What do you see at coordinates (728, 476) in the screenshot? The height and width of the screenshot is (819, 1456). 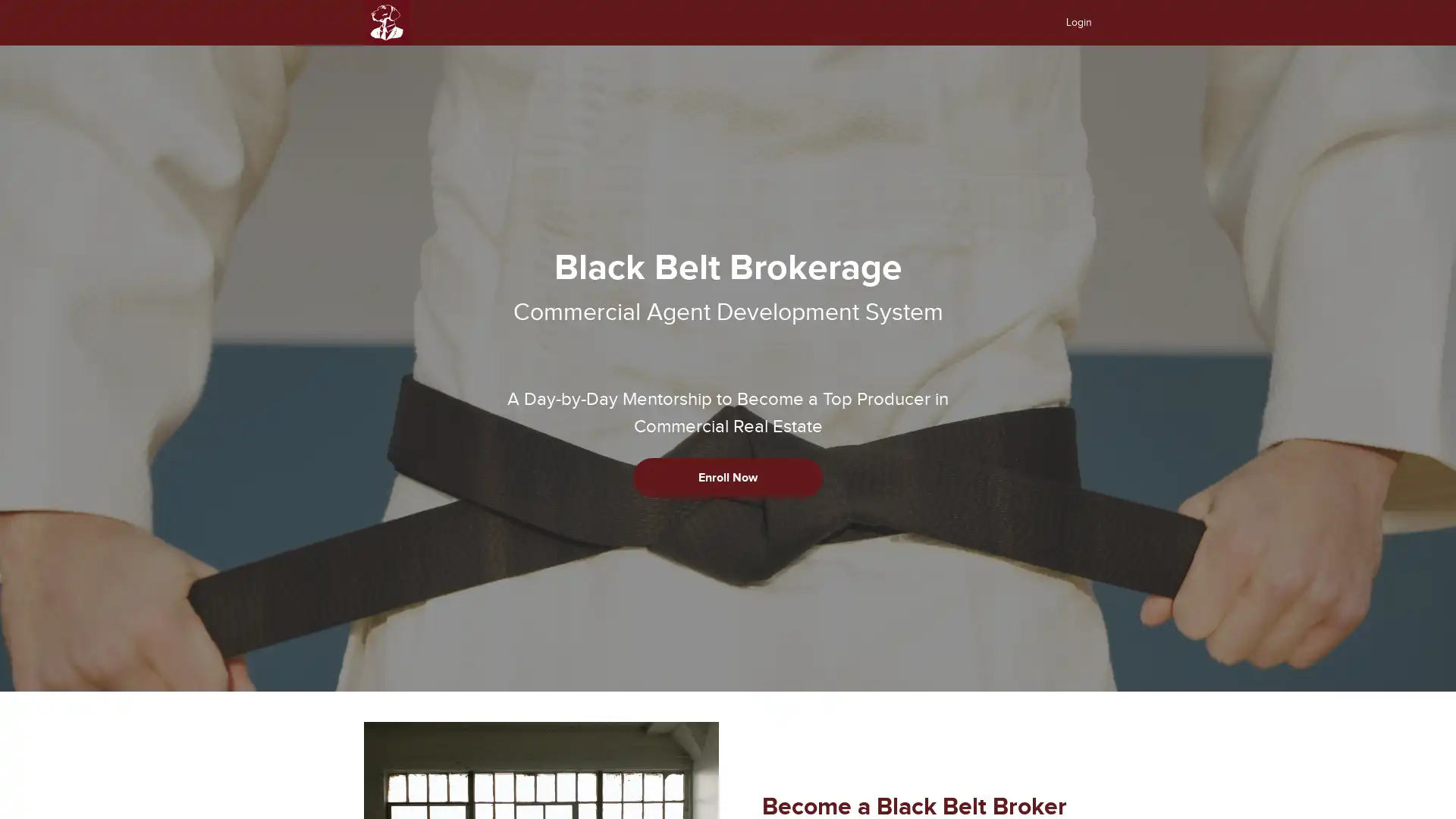 I see `Enroll Now` at bounding box center [728, 476].